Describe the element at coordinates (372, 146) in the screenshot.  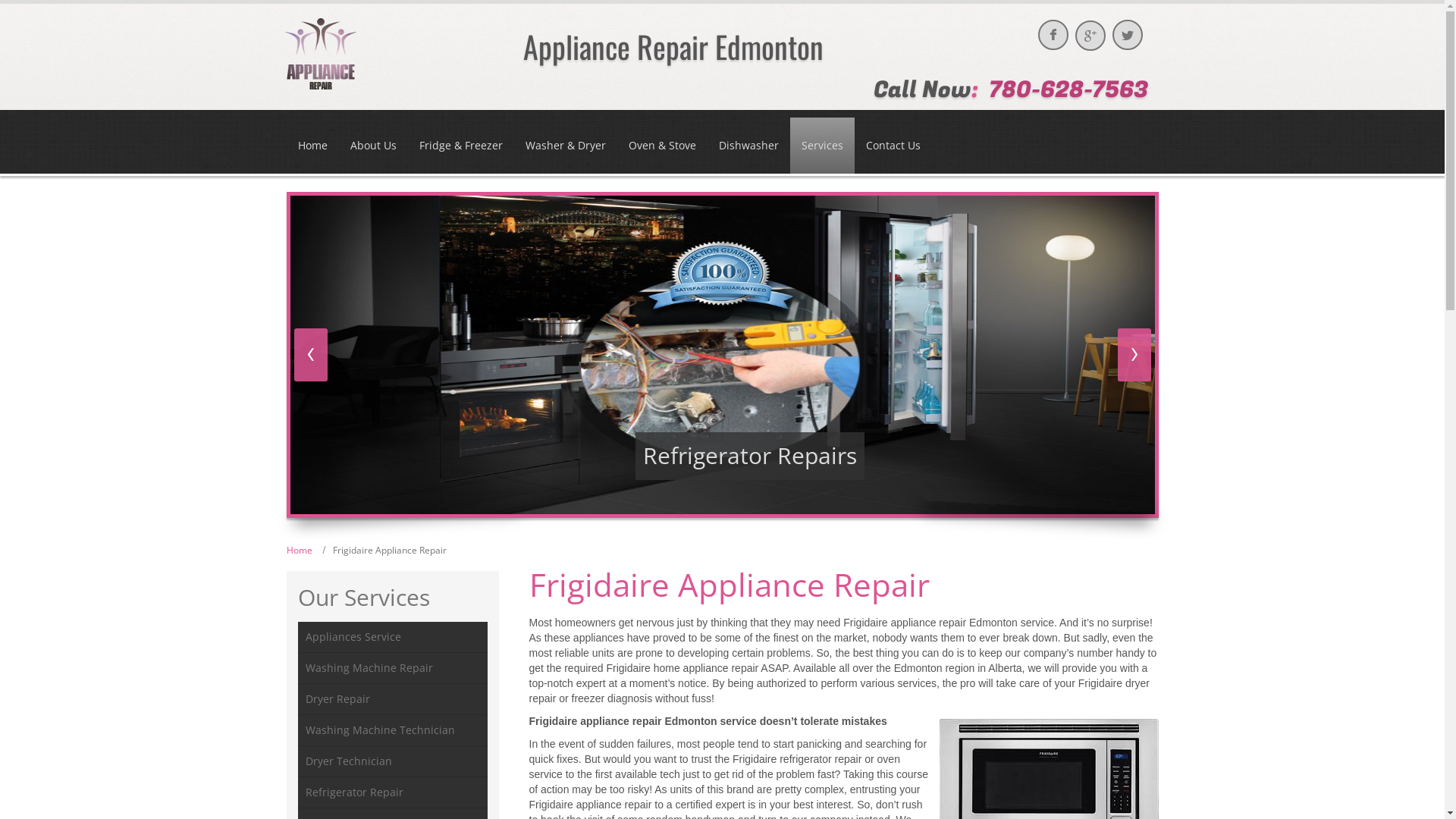
I see `'About Us'` at that location.